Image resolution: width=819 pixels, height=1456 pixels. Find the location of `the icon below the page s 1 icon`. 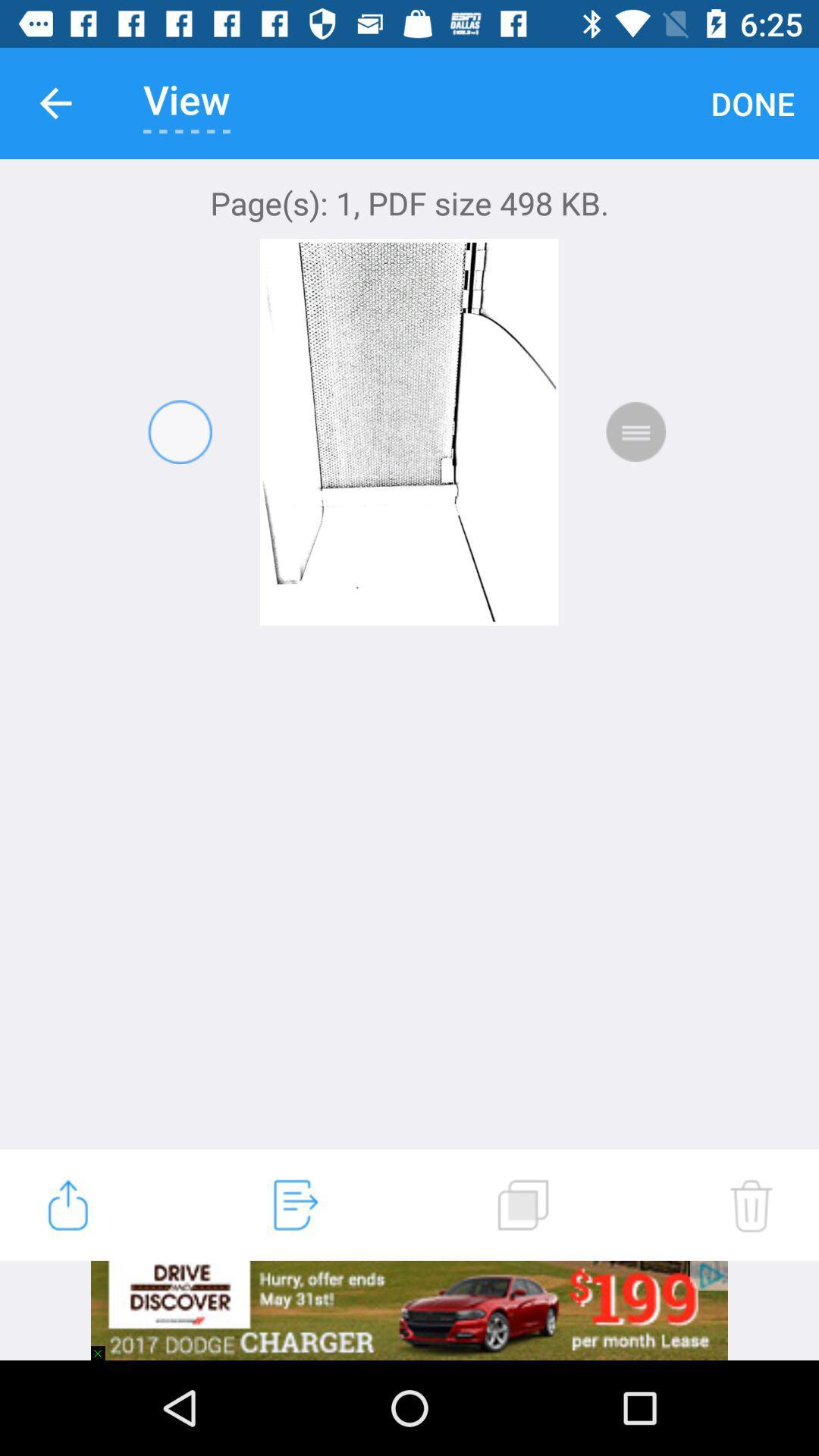

the icon below the page s 1 icon is located at coordinates (751, 1204).